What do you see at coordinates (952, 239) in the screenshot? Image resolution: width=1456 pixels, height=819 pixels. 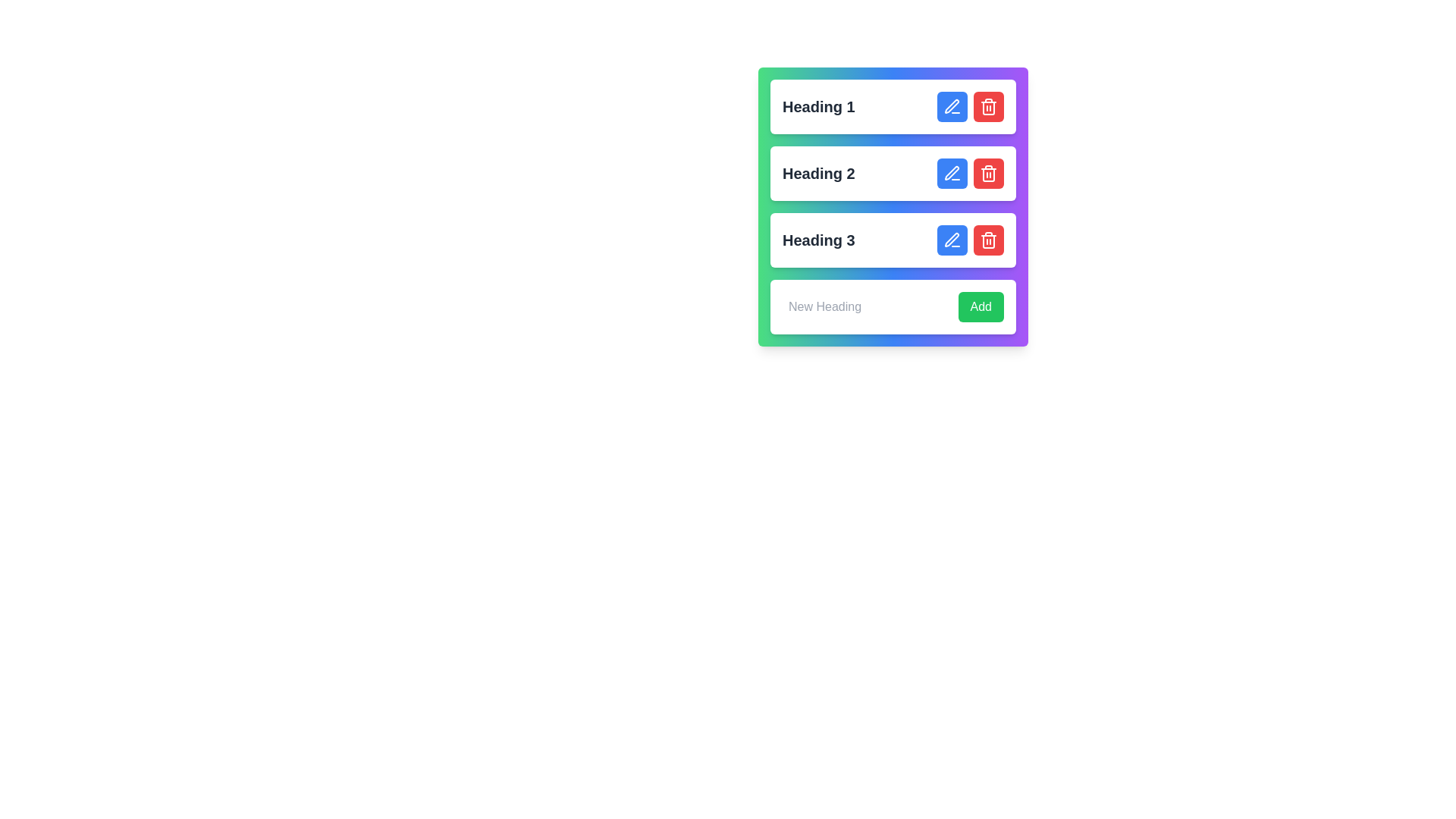 I see `the blue button with rounded corners and a pen icon located in the top-right corner of the third row to observe the color change effect` at bounding box center [952, 239].